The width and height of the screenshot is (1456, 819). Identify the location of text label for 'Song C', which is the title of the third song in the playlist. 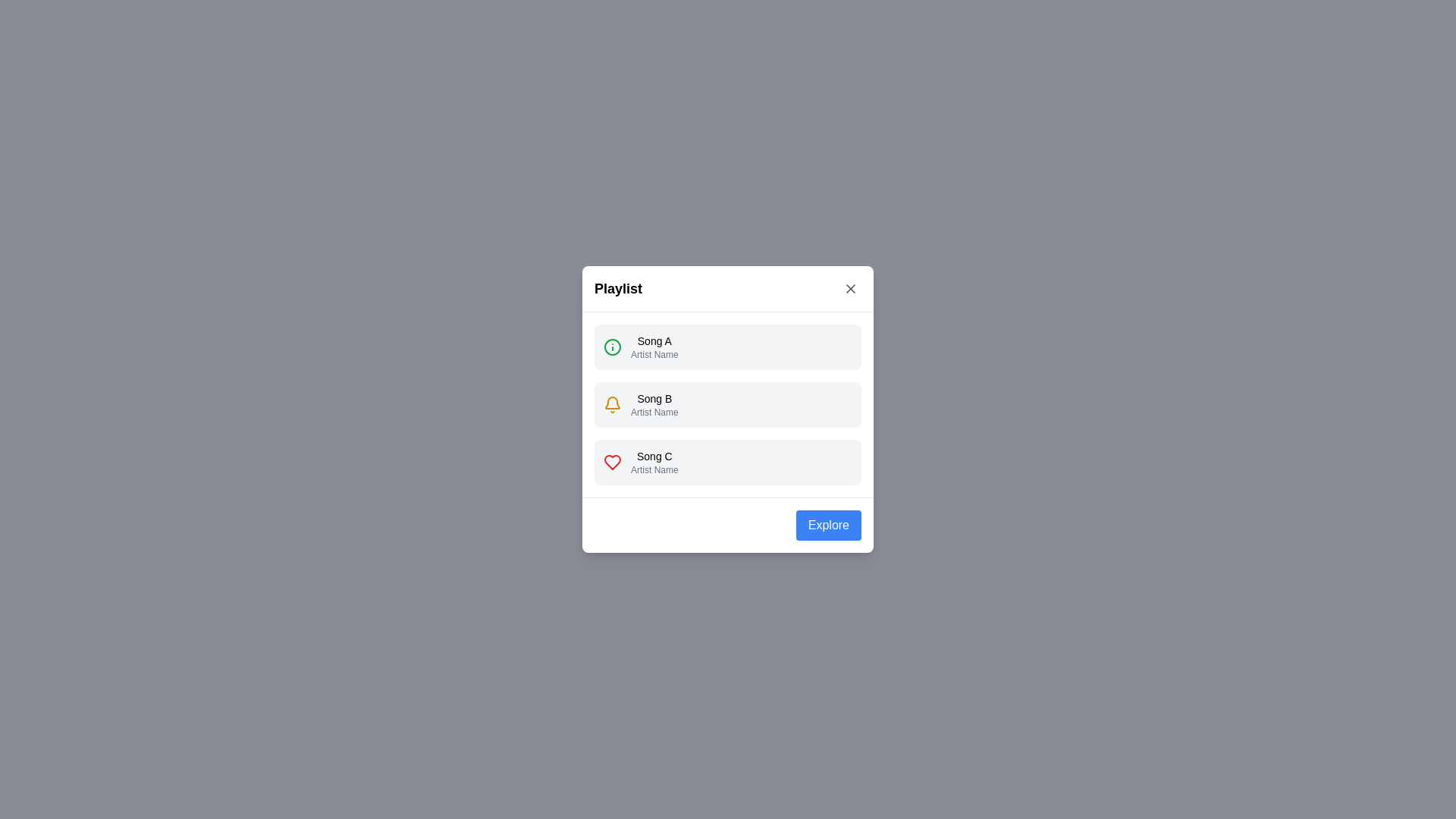
(654, 455).